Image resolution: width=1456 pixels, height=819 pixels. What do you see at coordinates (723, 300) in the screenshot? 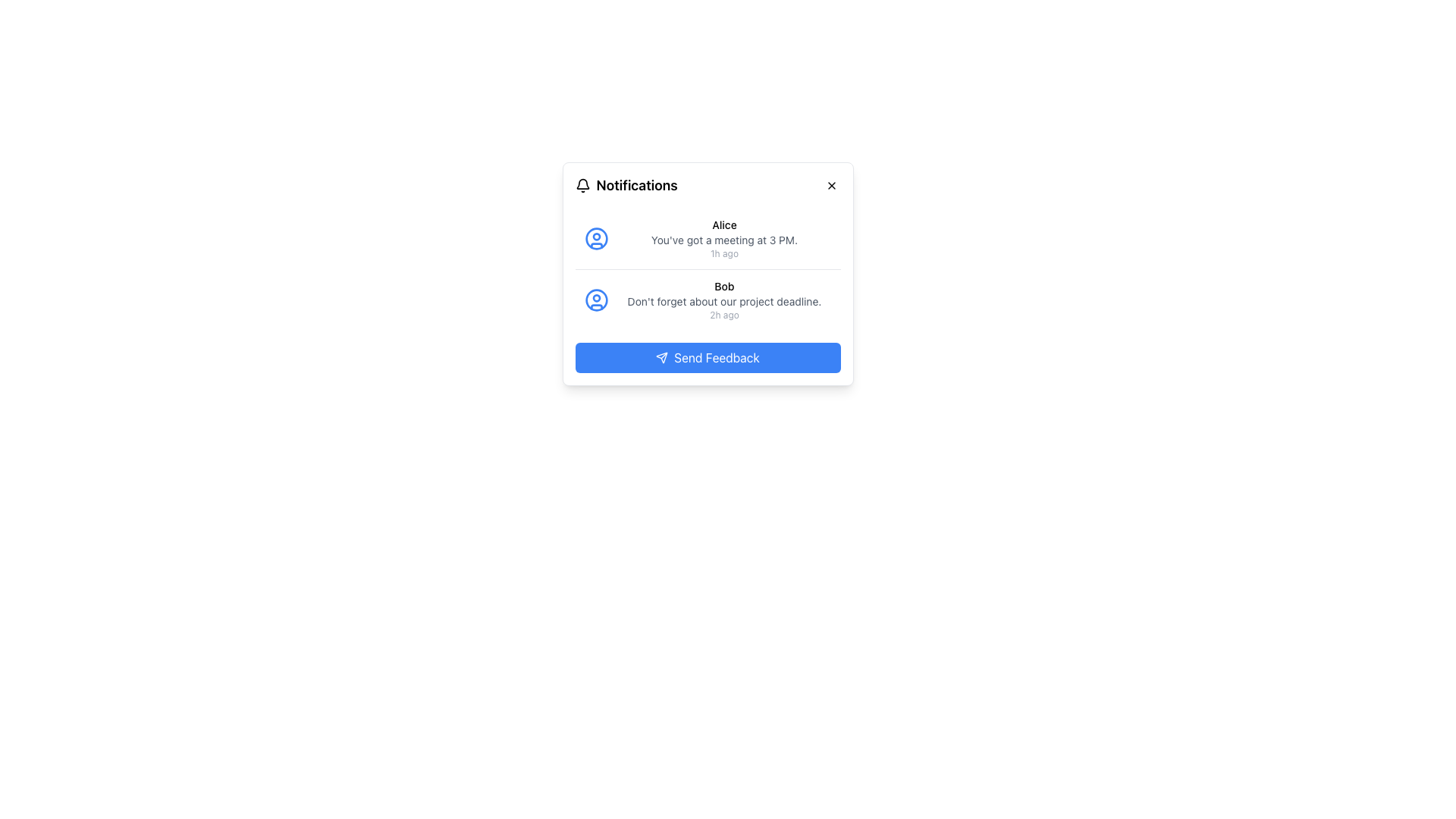
I see `the text display that shows the notification message located to the right of the avatar icon in the second notification entry` at bounding box center [723, 300].